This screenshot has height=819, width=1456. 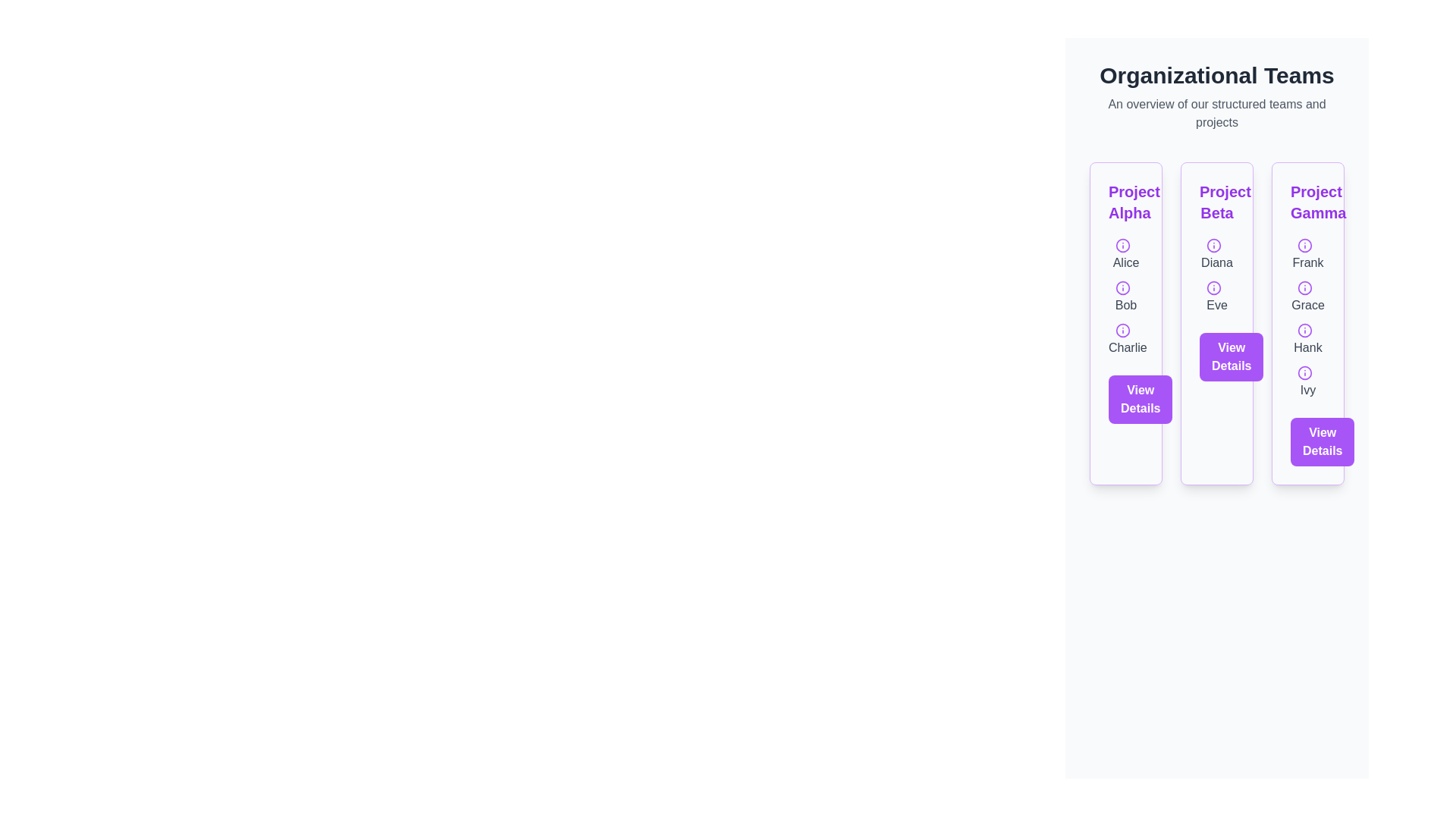 What do you see at coordinates (1214, 244) in the screenshot?
I see `the Information icon (circle with an 'i') in the second column titled 'Project Beta'` at bounding box center [1214, 244].